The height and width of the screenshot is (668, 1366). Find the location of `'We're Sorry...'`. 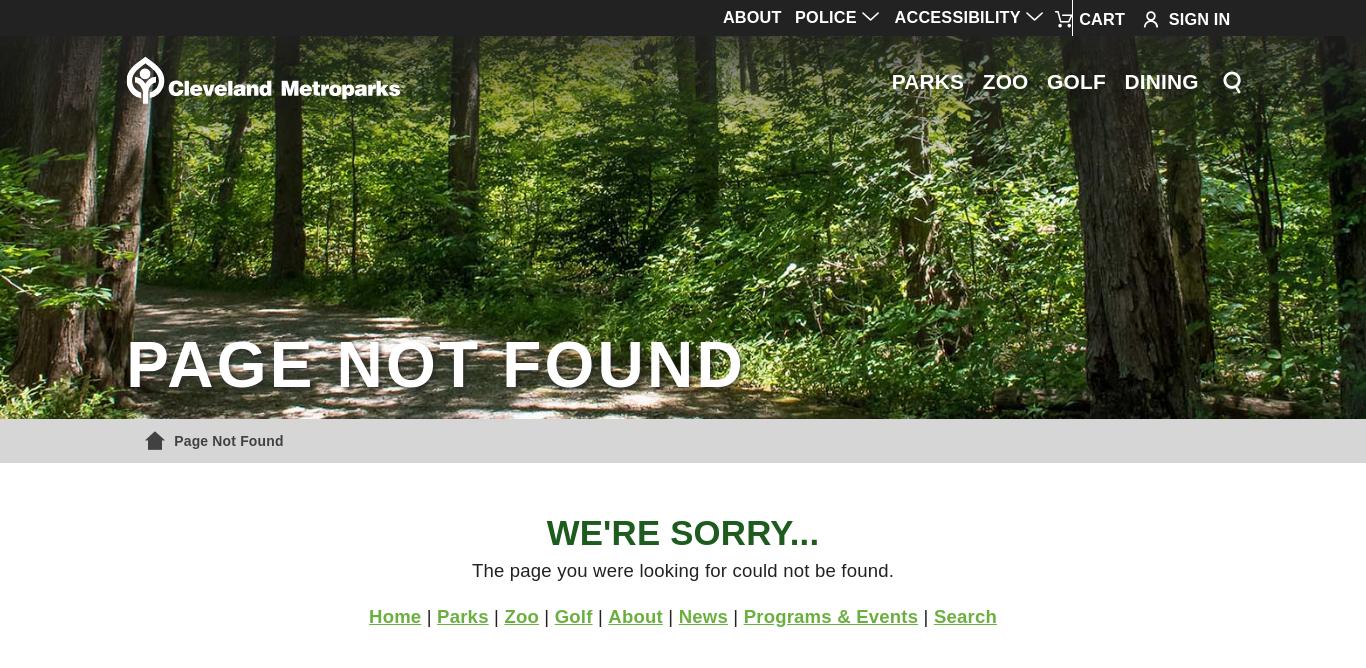

'We're Sorry...' is located at coordinates (681, 532).